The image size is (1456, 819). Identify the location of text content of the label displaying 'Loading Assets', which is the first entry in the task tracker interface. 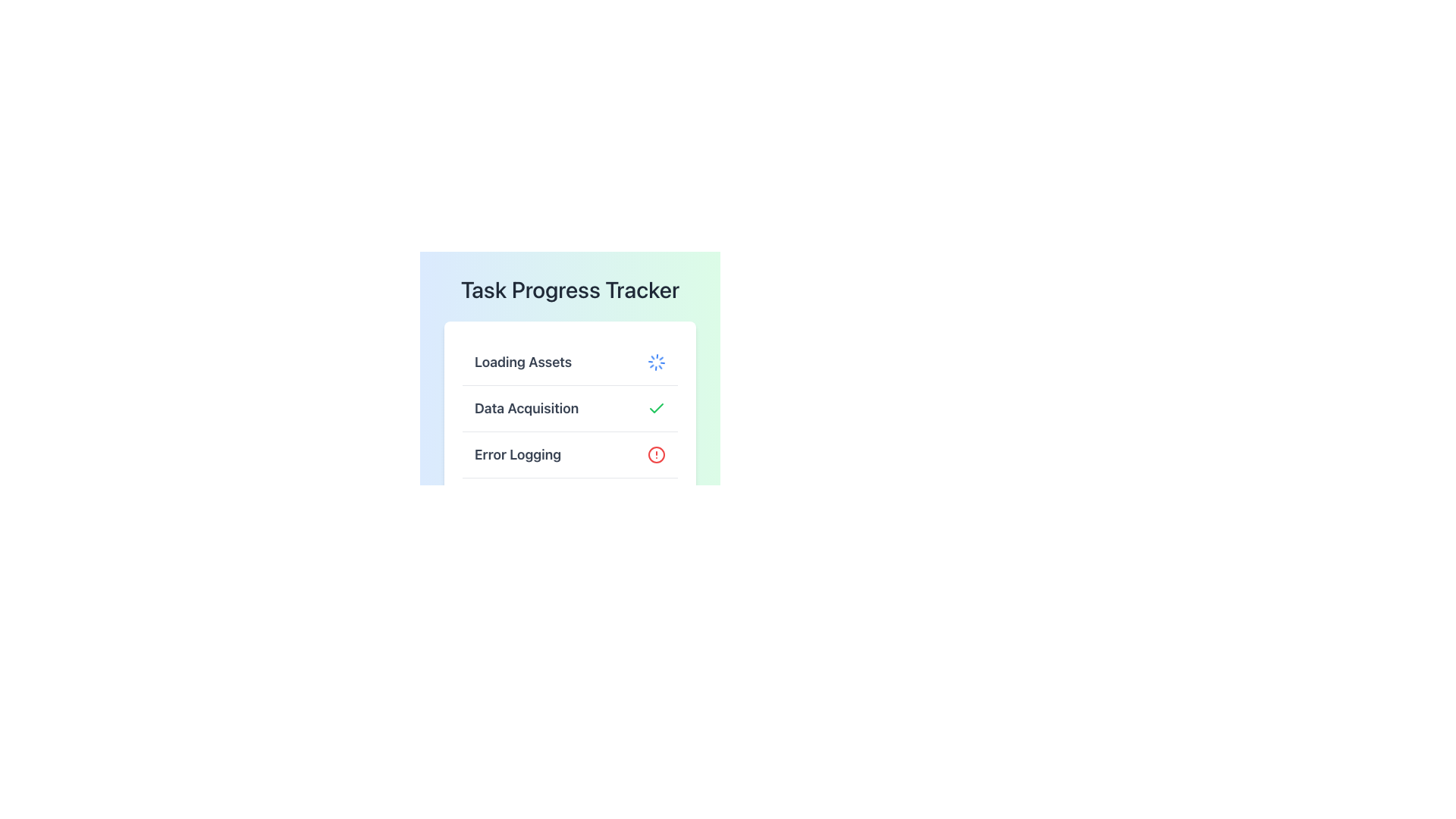
(523, 362).